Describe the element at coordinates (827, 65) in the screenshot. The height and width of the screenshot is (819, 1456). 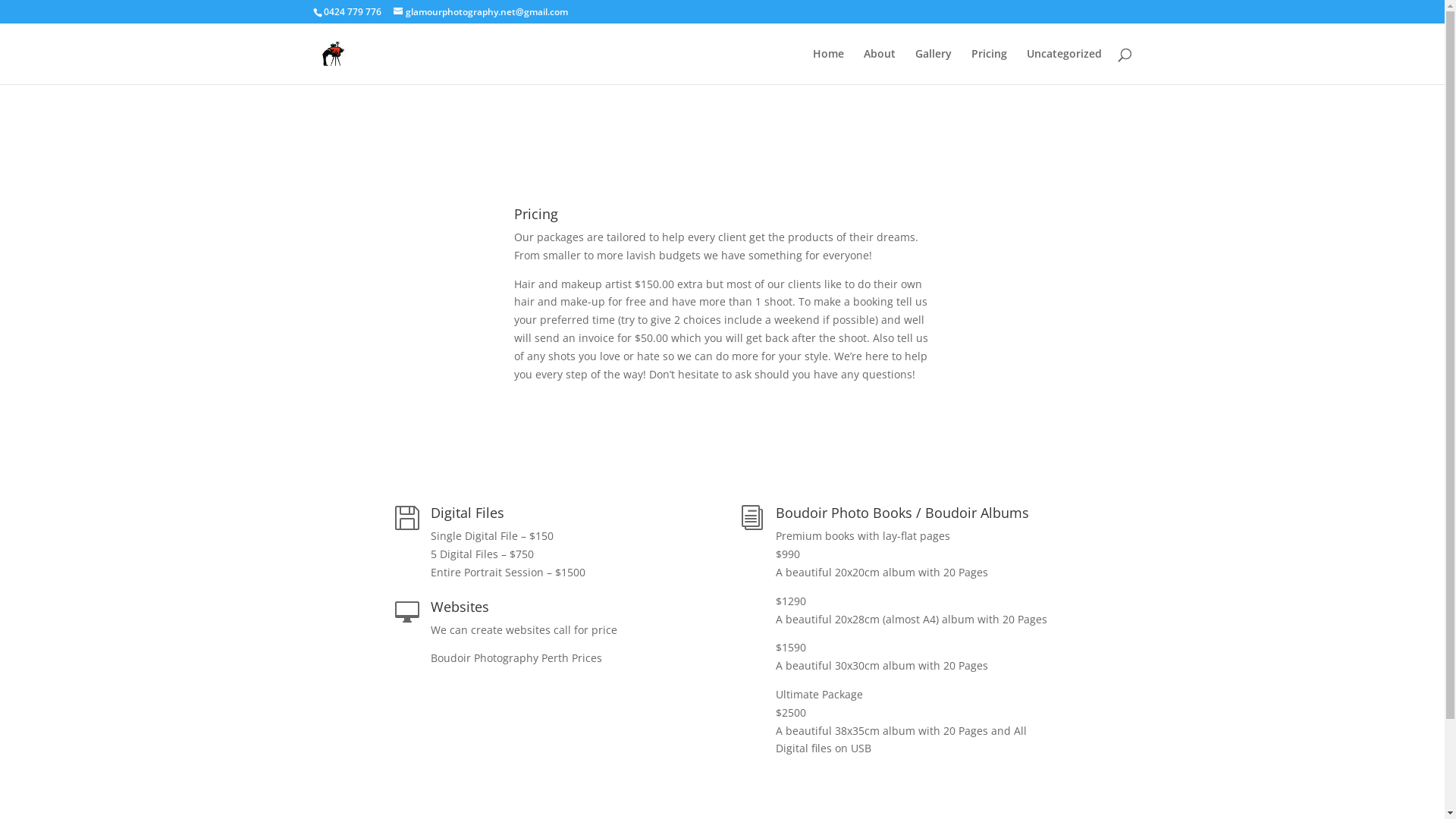
I see `'Home'` at that location.